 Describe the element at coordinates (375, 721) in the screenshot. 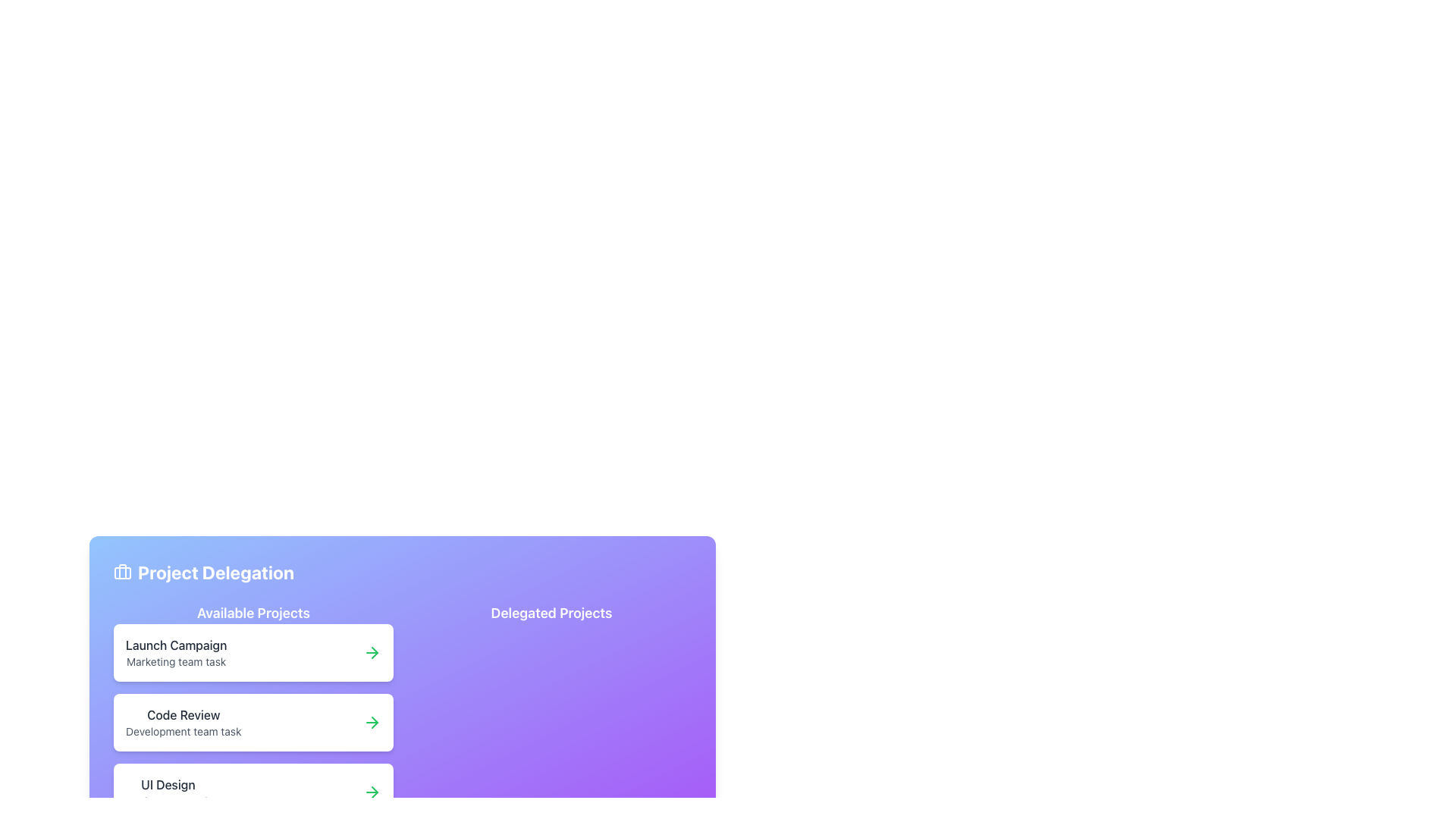

I see `the rightward-facing arrowhead portion of the SVG-based icon used for navigation, which is located to the right of the 'Launch Campaign' item in the 'Available Projects' section` at that location.